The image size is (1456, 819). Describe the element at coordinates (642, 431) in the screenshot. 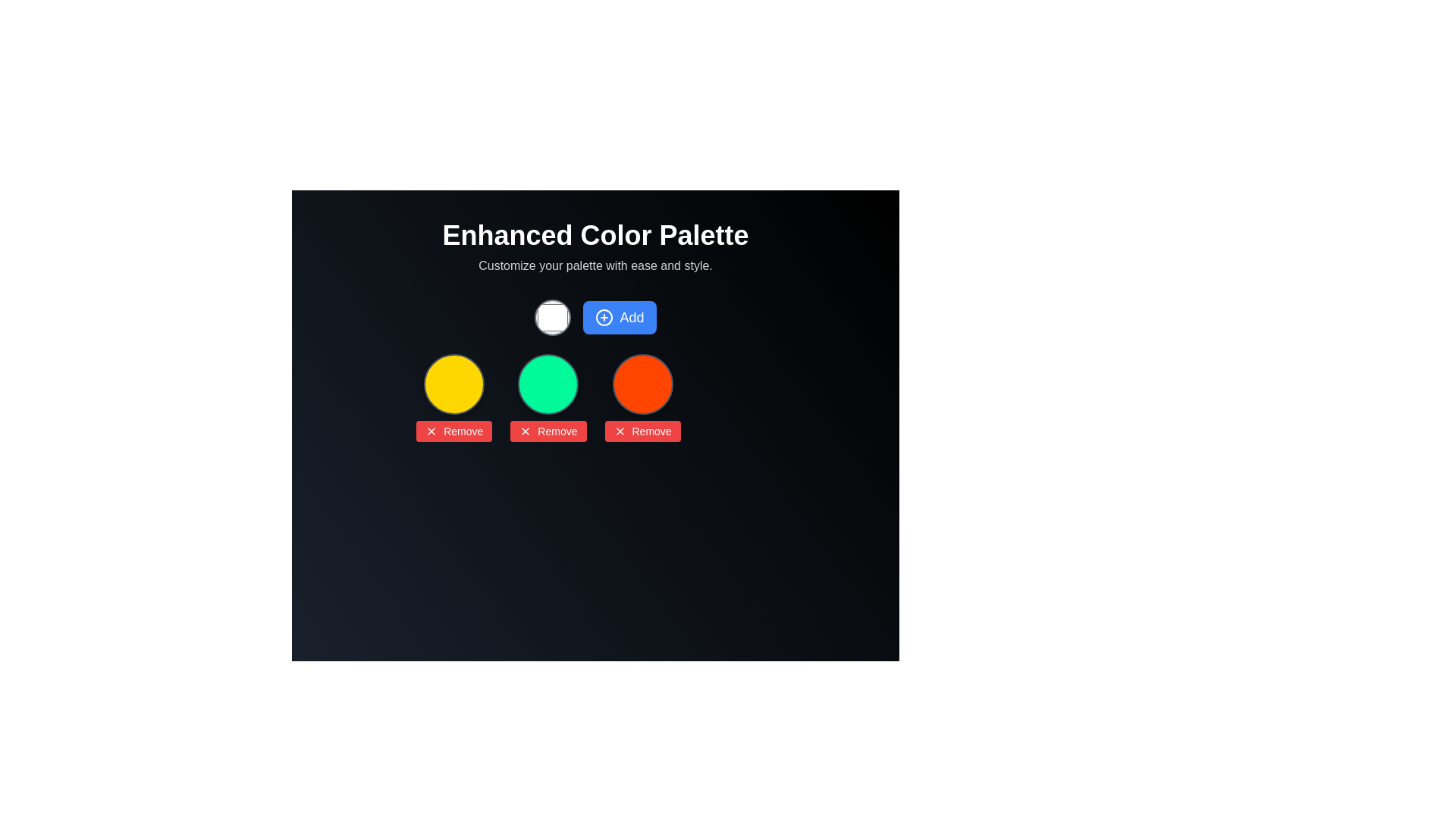

I see `the 'Remove' button, which is a rectangular button with white text on a red background and a small white 'X' icon, positioned as the third button in a row of three identical buttons` at that location.